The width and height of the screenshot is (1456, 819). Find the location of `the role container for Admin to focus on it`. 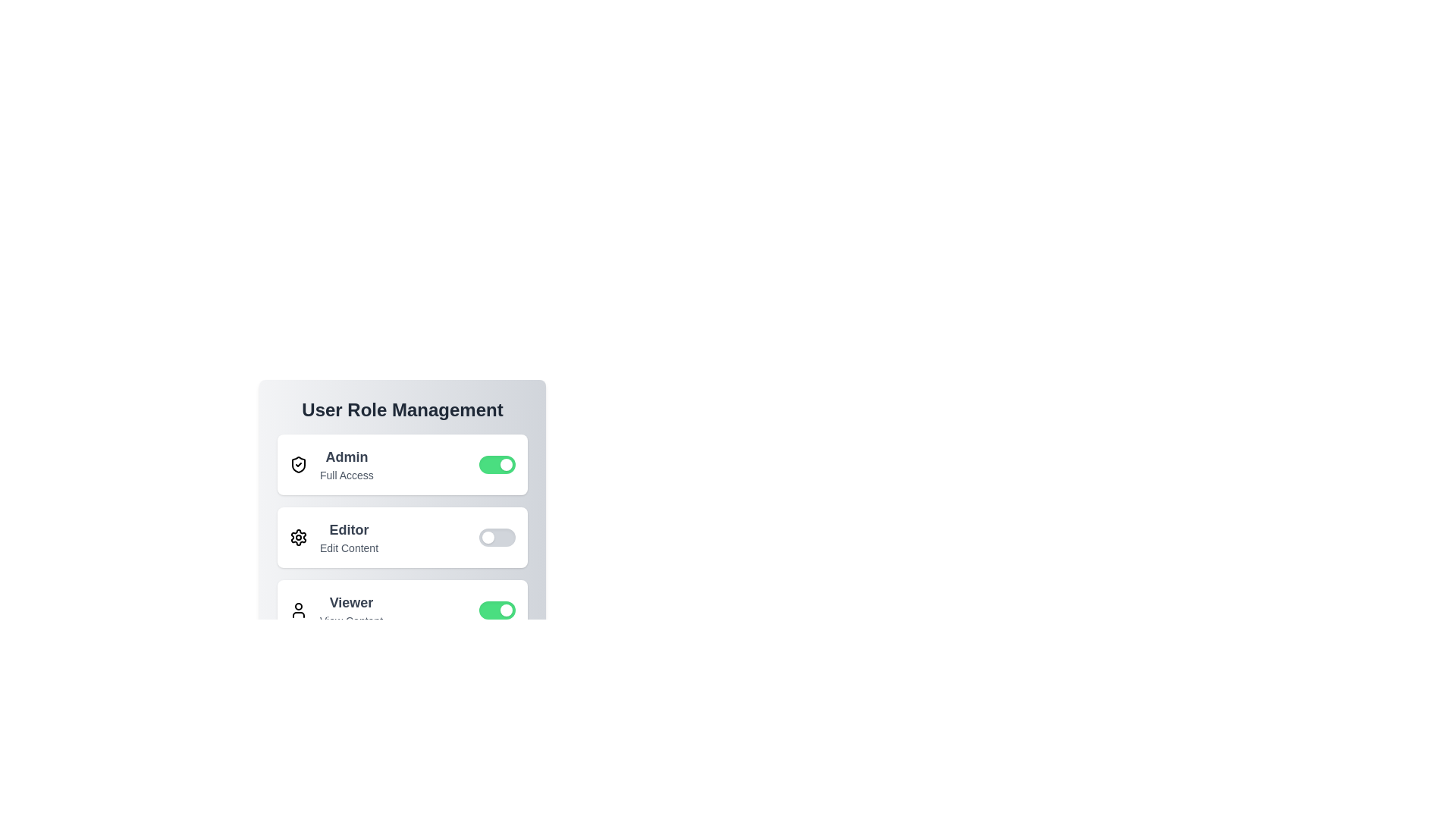

the role container for Admin to focus on it is located at coordinates (403, 464).